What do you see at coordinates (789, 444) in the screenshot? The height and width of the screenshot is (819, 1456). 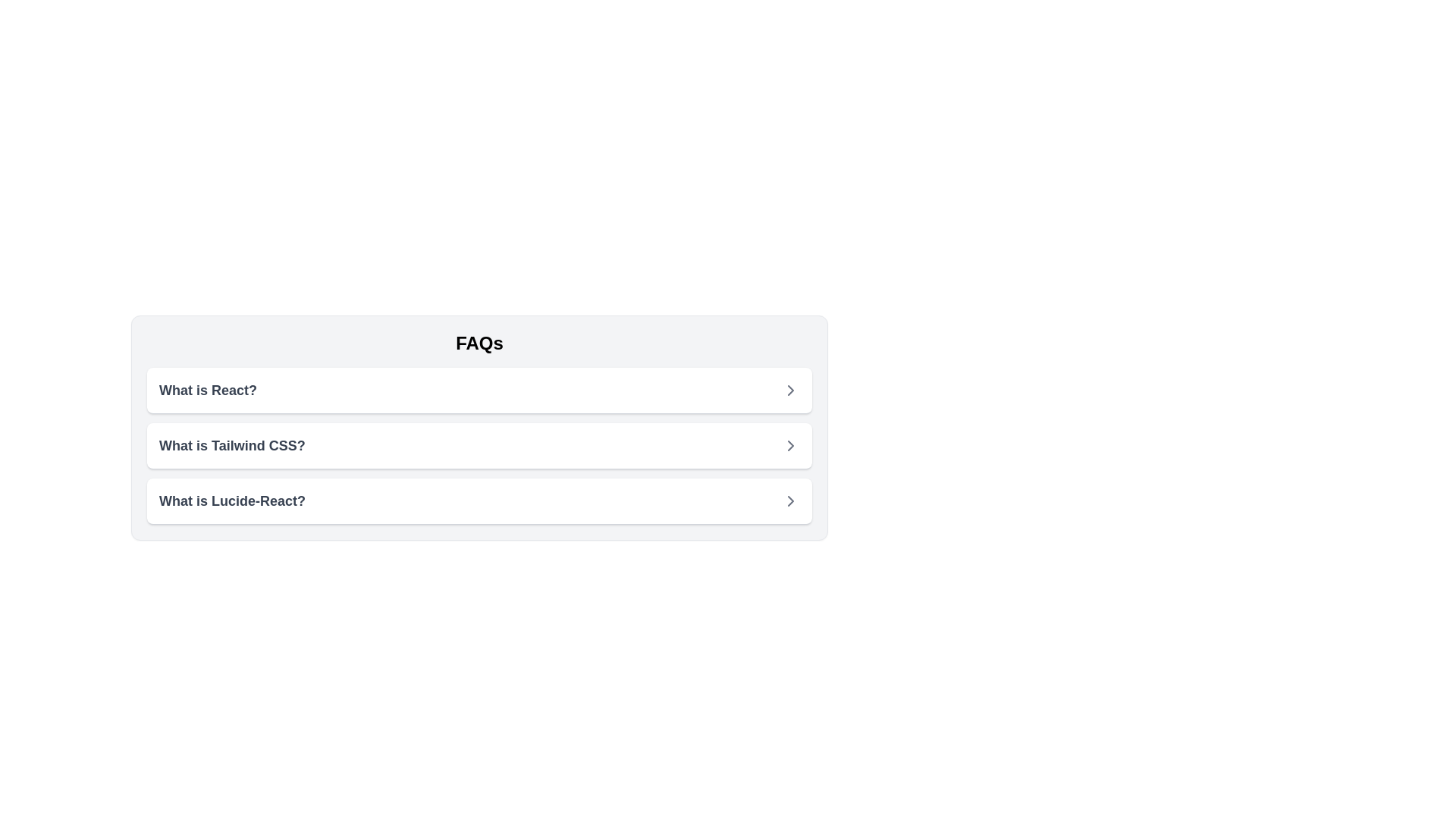 I see `the small rightwards arrow icon, styled with a black outline, located in the third row next to the 'What is Lucide-React?' header` at bounding box center [789, 444].